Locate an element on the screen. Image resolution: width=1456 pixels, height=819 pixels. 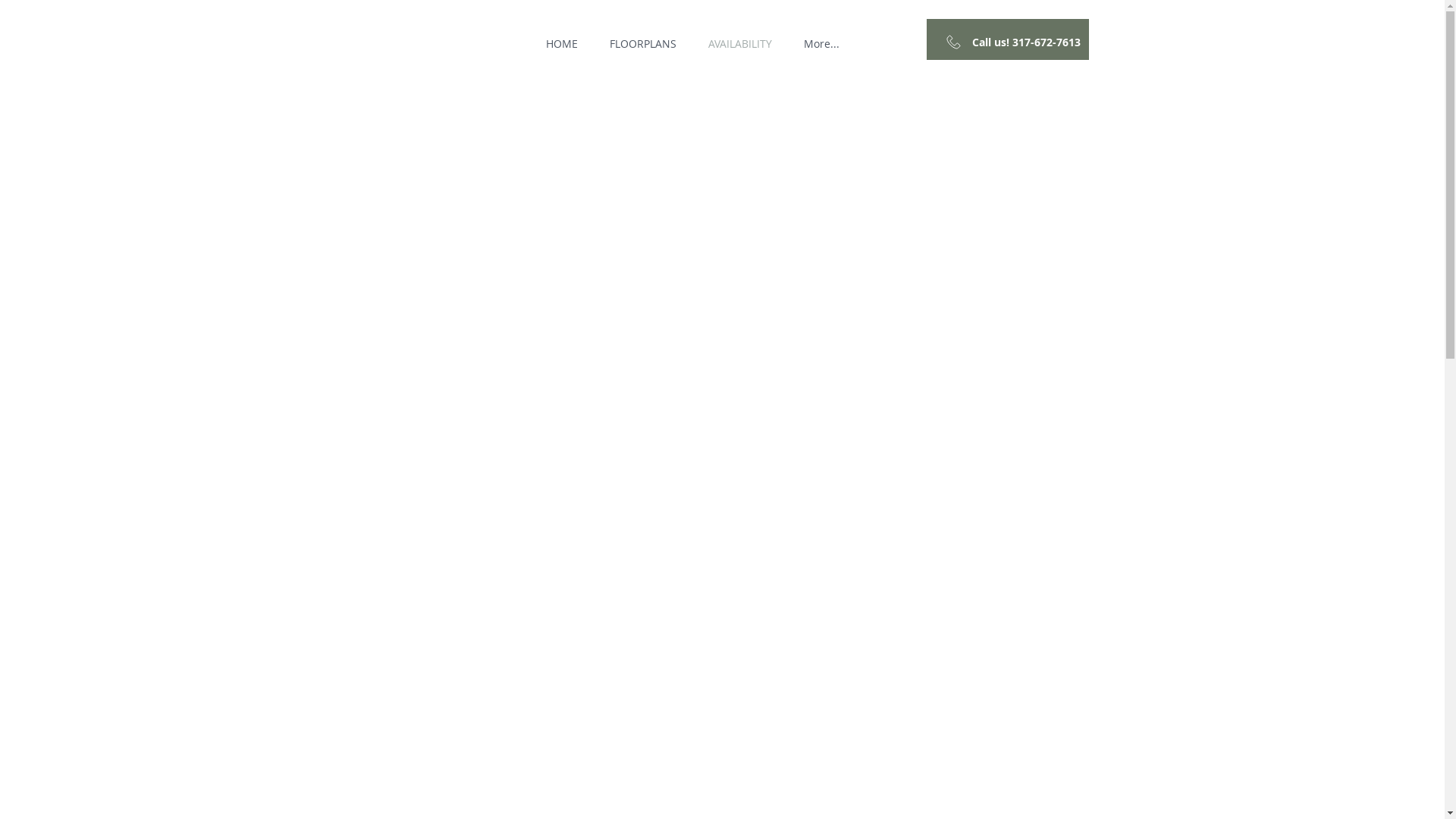
'FLOORPLANS' is located at coordinates (642, 42).